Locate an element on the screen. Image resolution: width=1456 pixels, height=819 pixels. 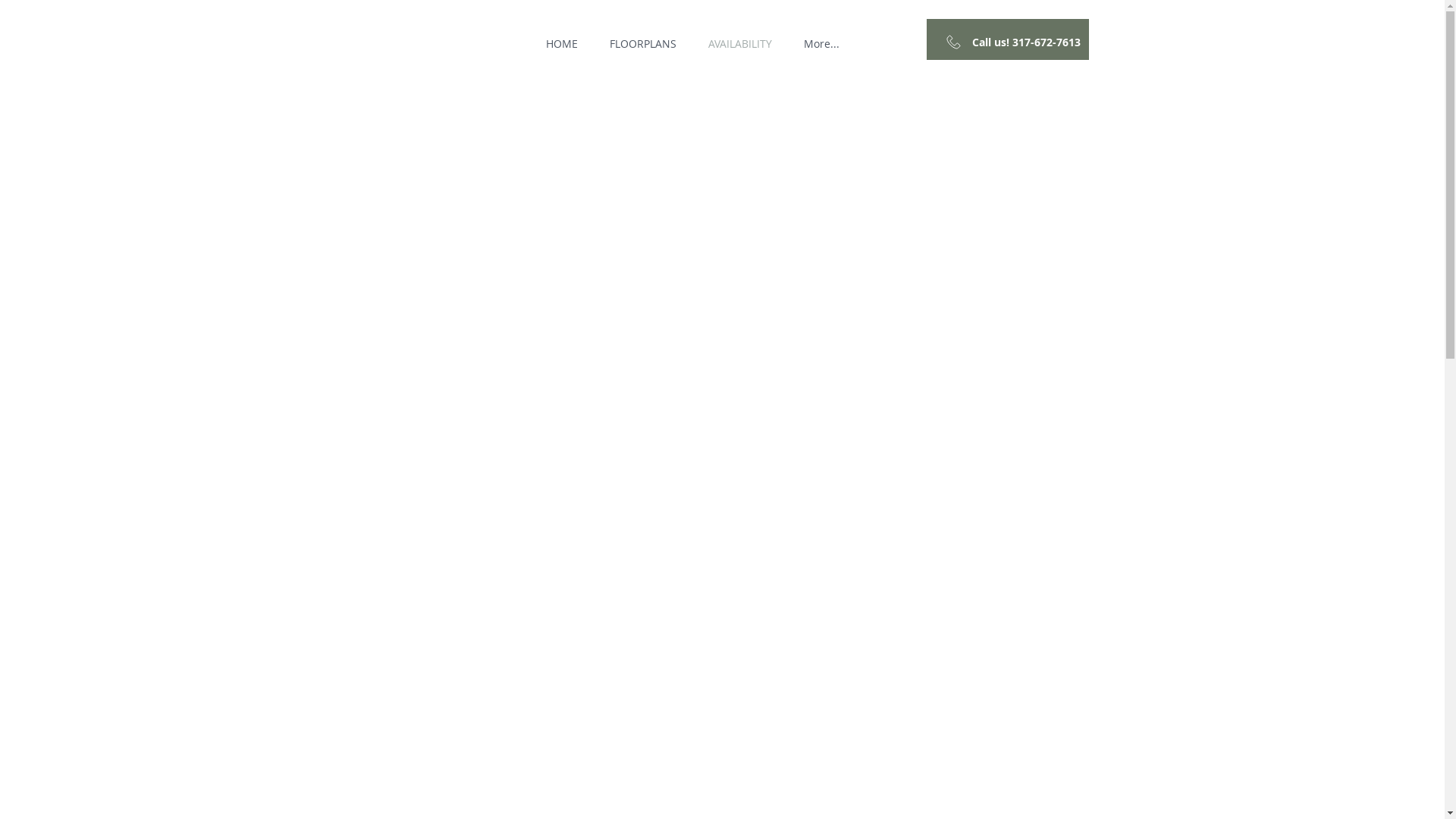
'FLOORPLANS' is located at coordinates (642, 42).